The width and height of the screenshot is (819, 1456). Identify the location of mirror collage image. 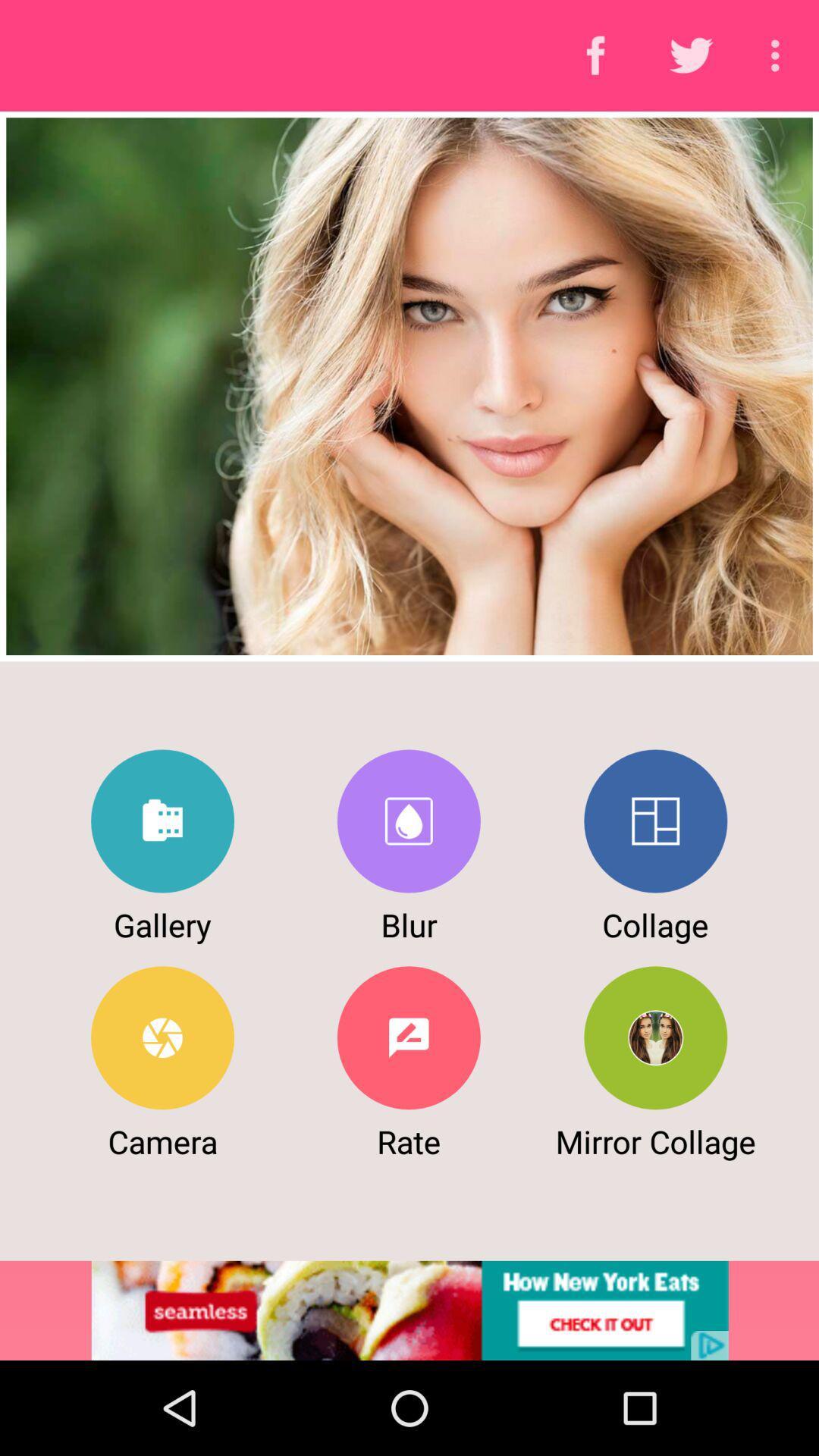
(654, 1037).